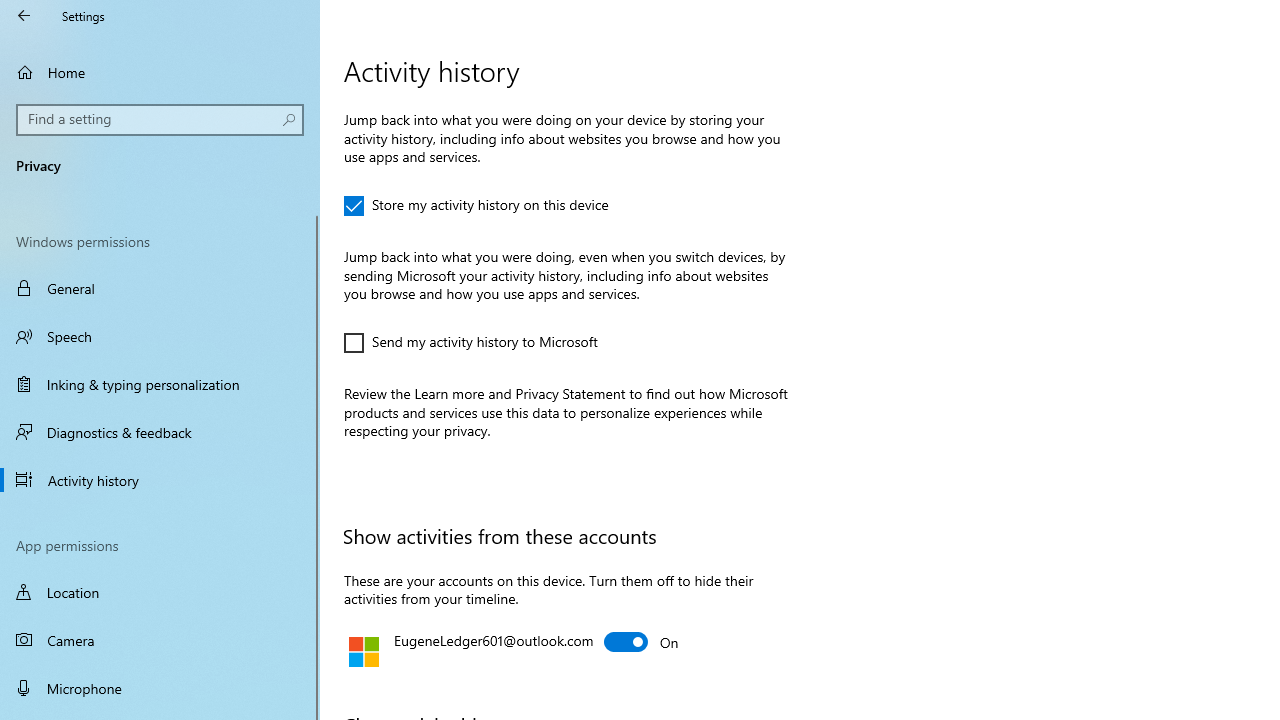 The height and width of the screenshot is (720, 1280). What do you see at coordinates (475, 205) in the screenshot?
I see `'Store my activity history on this device'` at bounding box center [475, 205].